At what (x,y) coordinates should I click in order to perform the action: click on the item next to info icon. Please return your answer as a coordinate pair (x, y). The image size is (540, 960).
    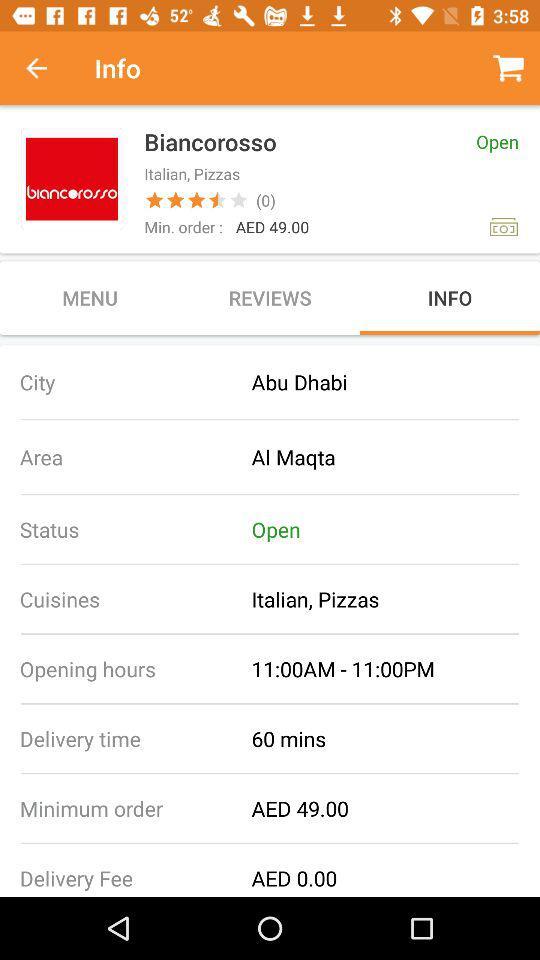
    Looking at the image, I should click on (47, 68).